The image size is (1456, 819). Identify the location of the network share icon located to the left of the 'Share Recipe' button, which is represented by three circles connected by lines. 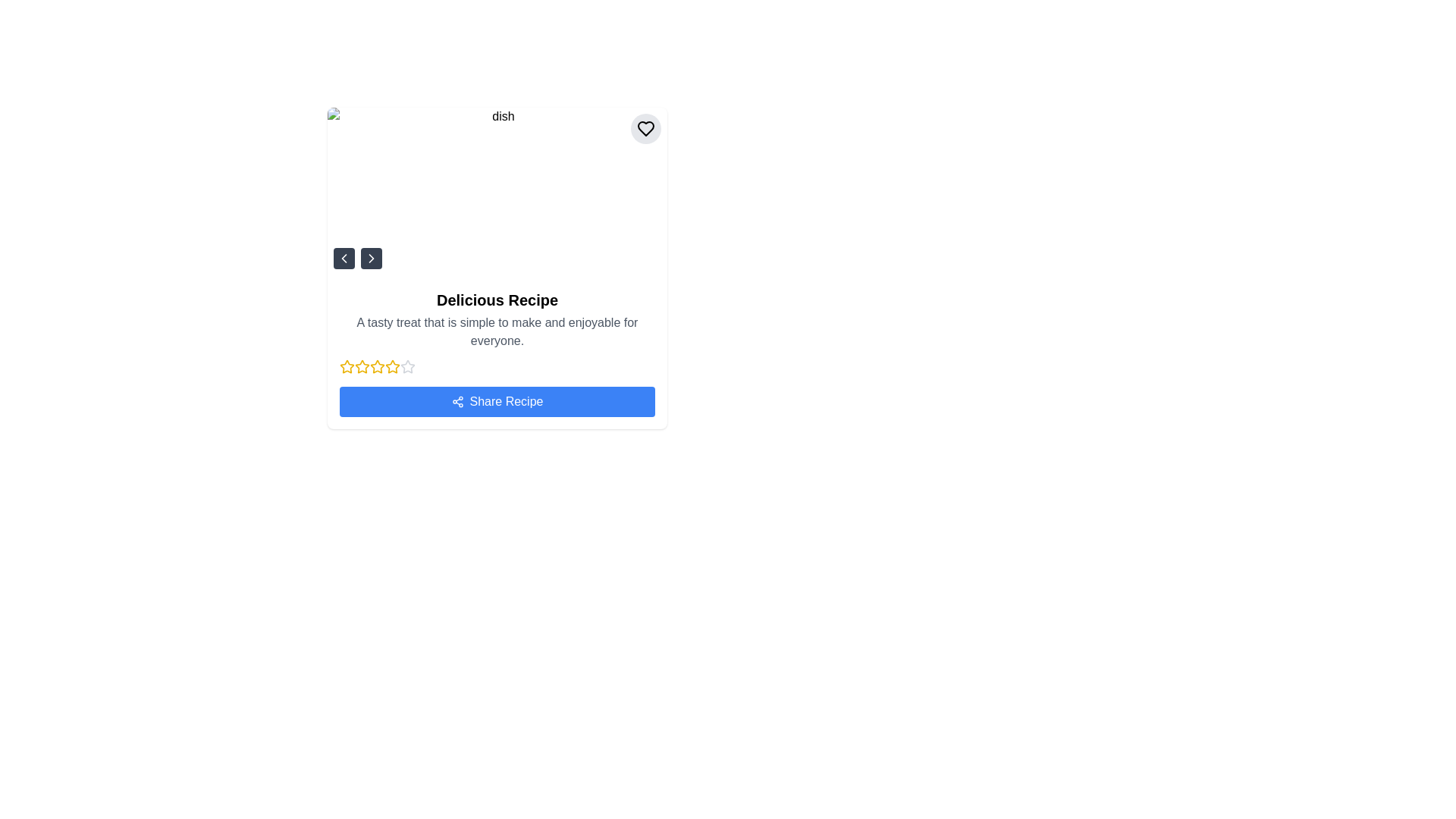
(457, 400).